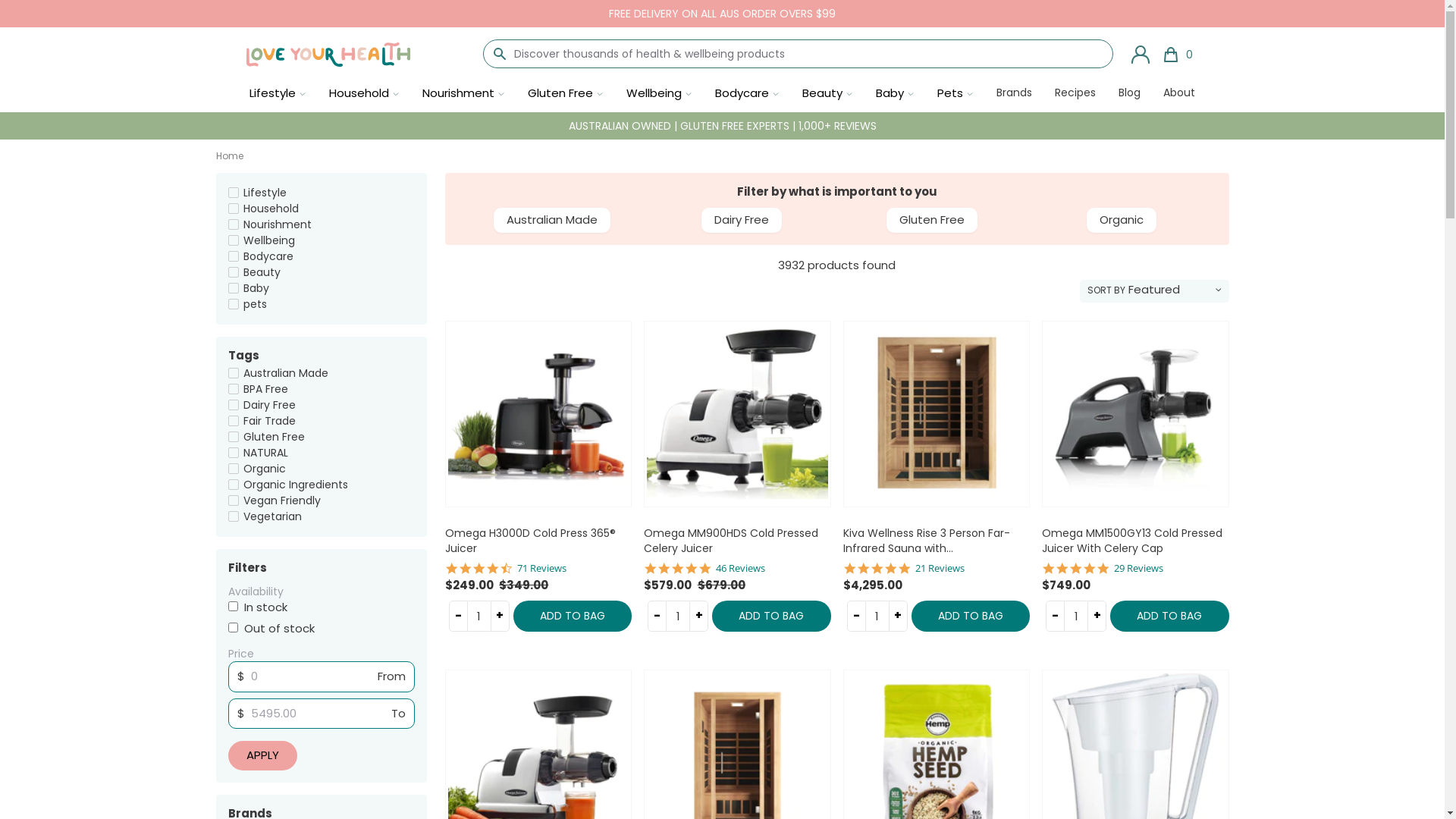  Describe the element at coordinates (262, 271) in the screenshot. I see `'Beauty'` at that location.